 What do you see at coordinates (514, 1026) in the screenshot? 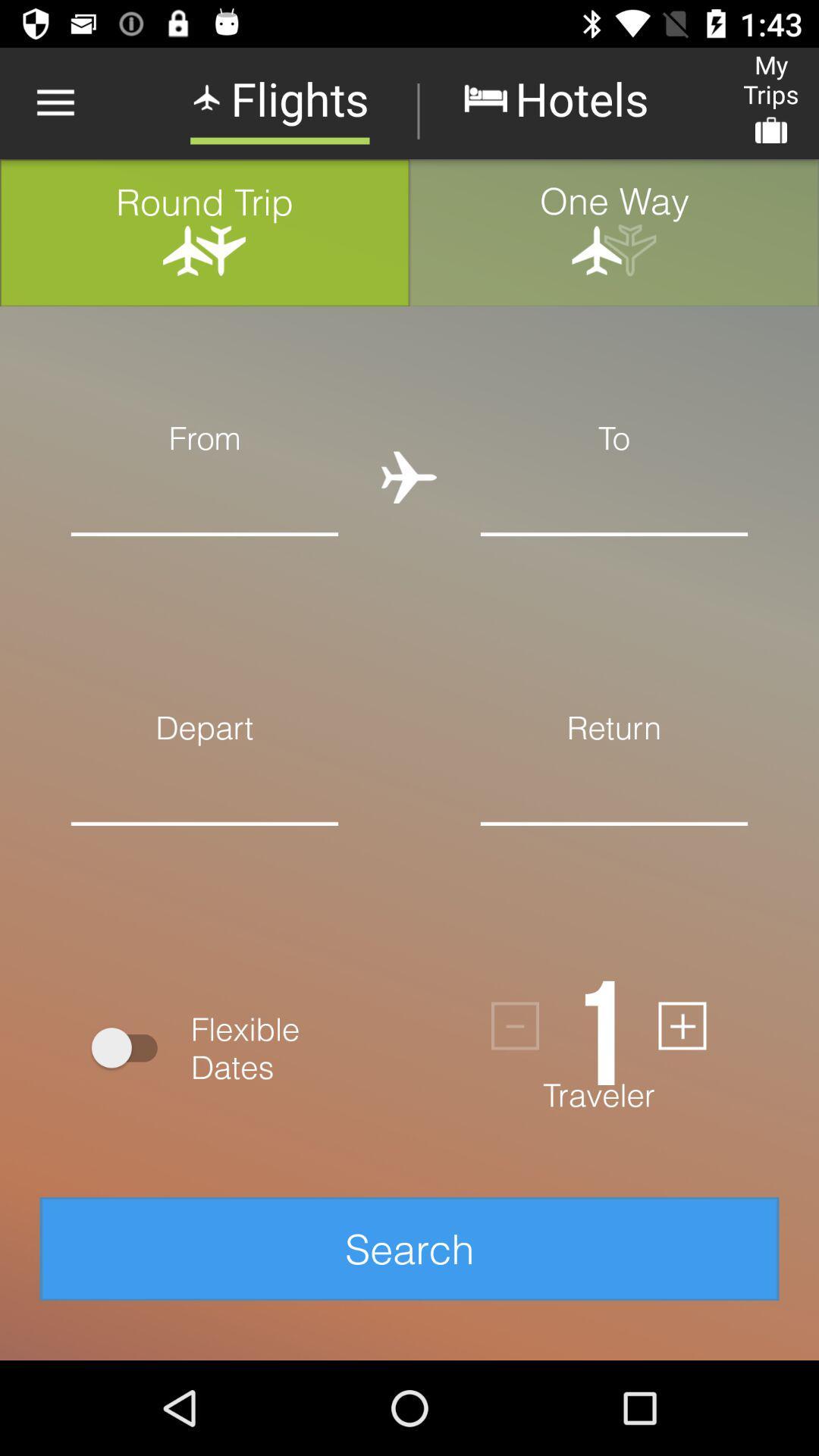
I see `reduce quantity` at bounding box center [514, 1026].